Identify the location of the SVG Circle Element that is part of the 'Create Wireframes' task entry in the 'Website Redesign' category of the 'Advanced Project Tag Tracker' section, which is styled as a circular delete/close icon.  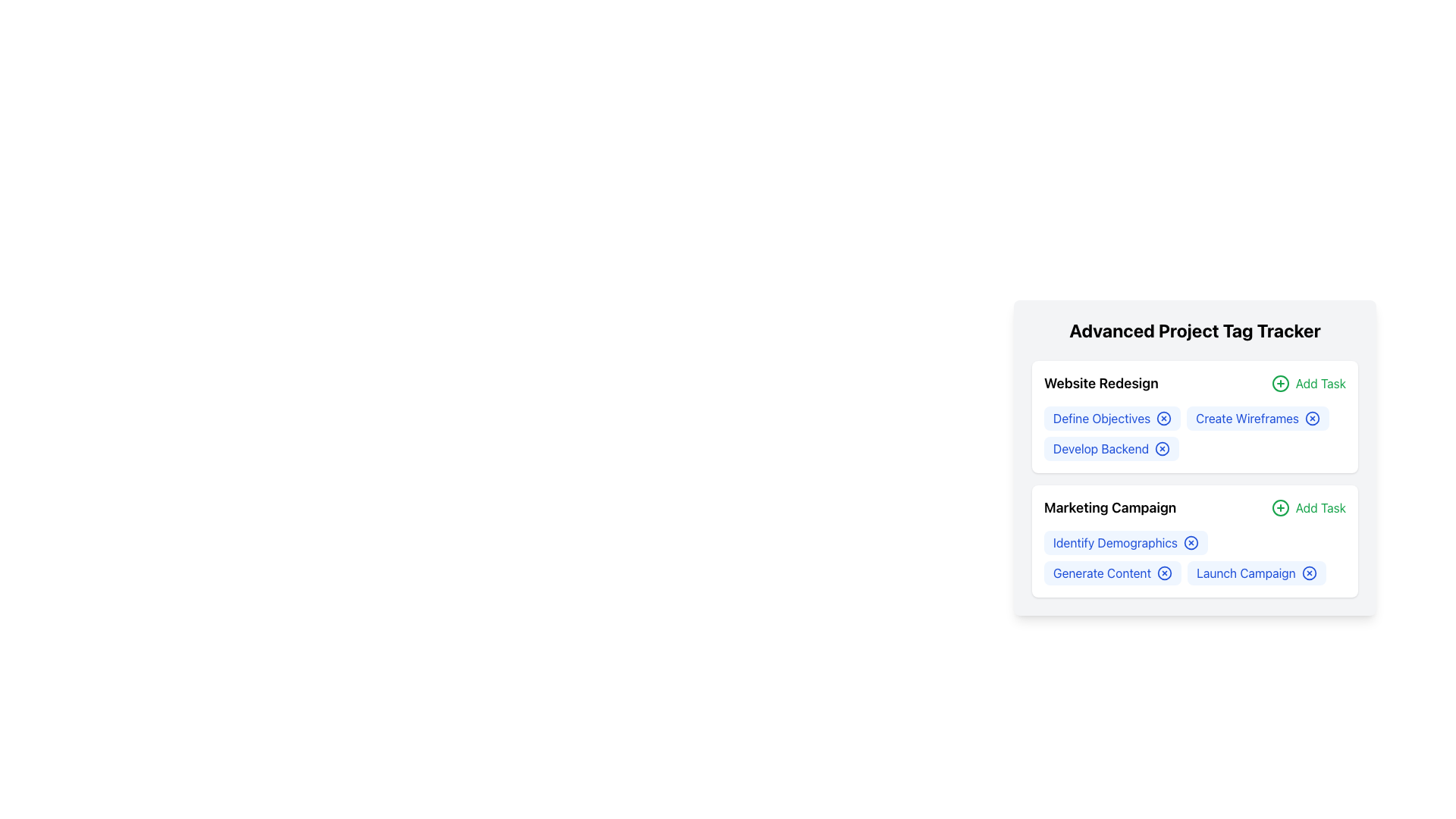
(1312, 418).